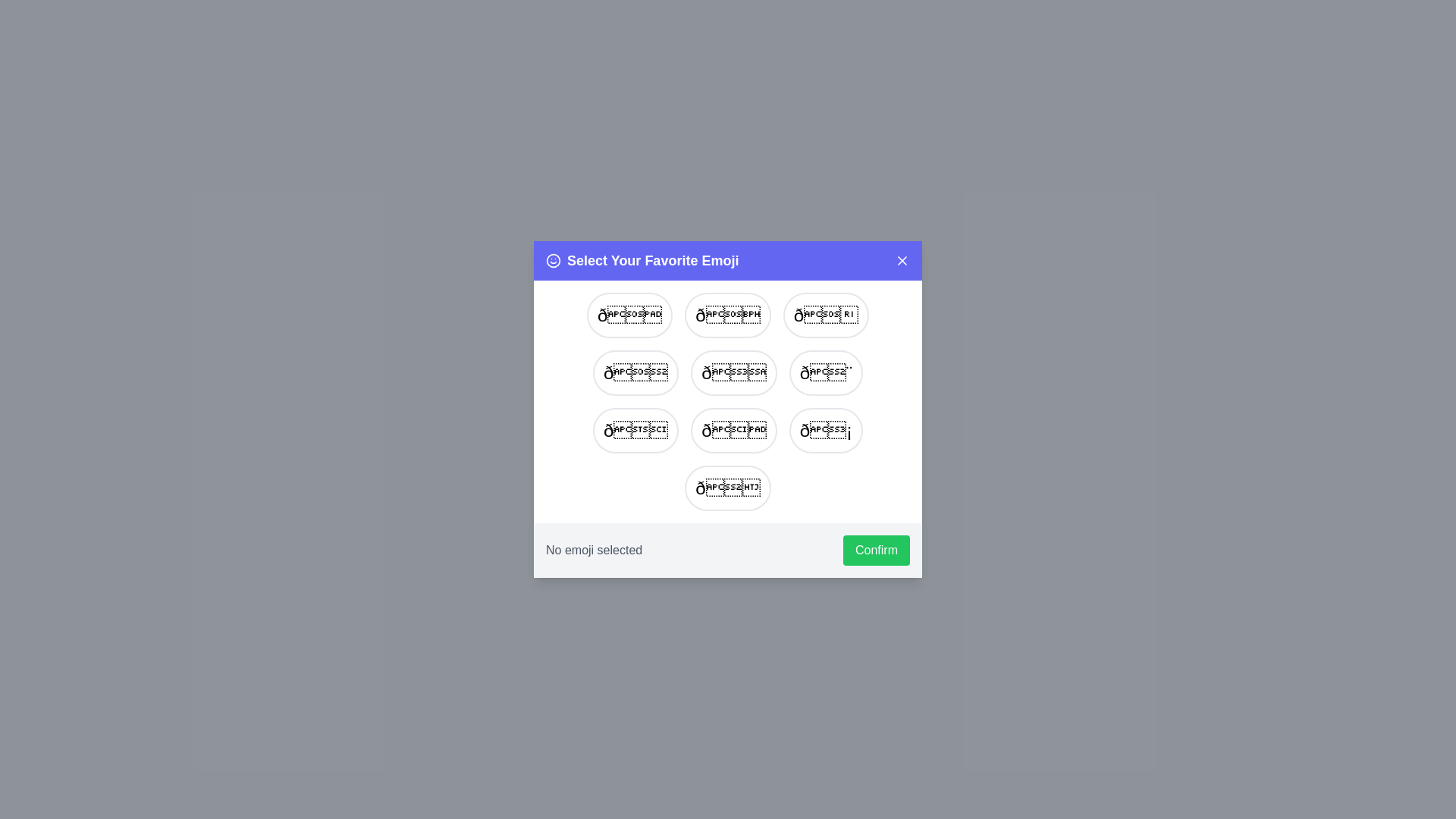 This screenshot has width=1456, height=819. I want to click on the emoji 🎉 from the list, so click(728, 488).